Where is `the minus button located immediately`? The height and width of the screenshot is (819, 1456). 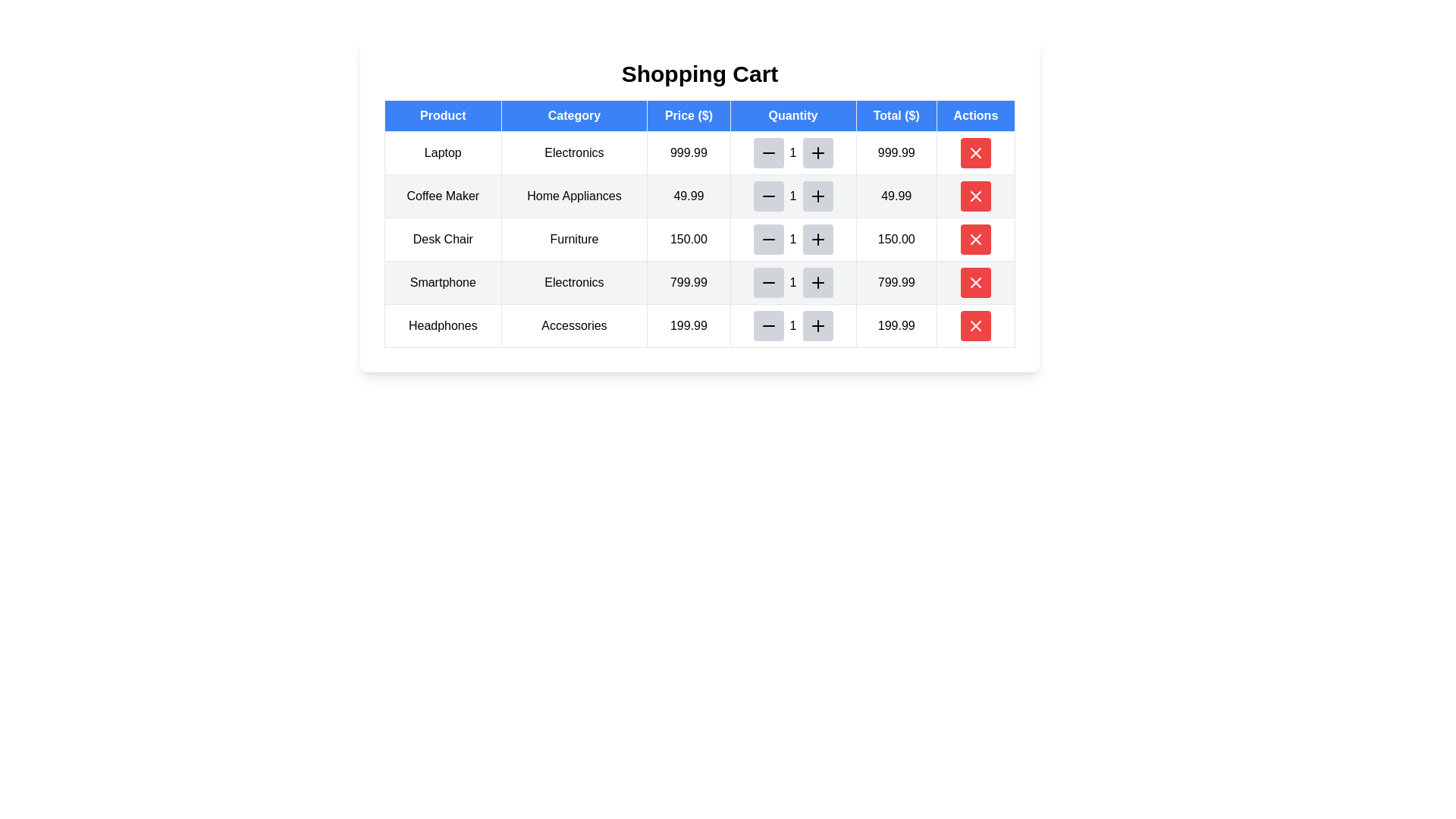 the minus button located immediately is located at coordinates (768, 152).